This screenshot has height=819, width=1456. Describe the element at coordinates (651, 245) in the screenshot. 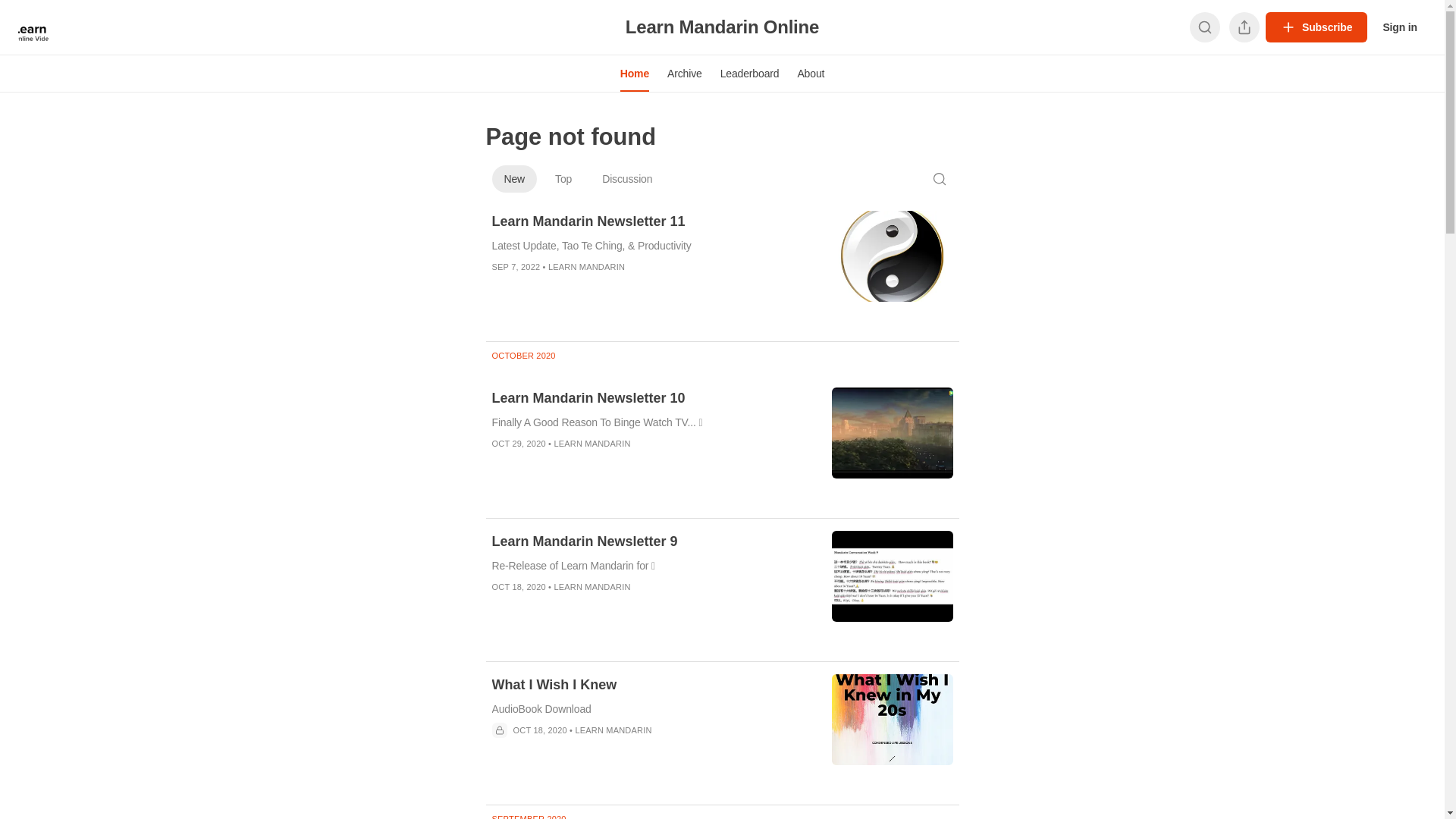

I see `'Latest Update, Tao Te Ching, & Productivity'` at that location.